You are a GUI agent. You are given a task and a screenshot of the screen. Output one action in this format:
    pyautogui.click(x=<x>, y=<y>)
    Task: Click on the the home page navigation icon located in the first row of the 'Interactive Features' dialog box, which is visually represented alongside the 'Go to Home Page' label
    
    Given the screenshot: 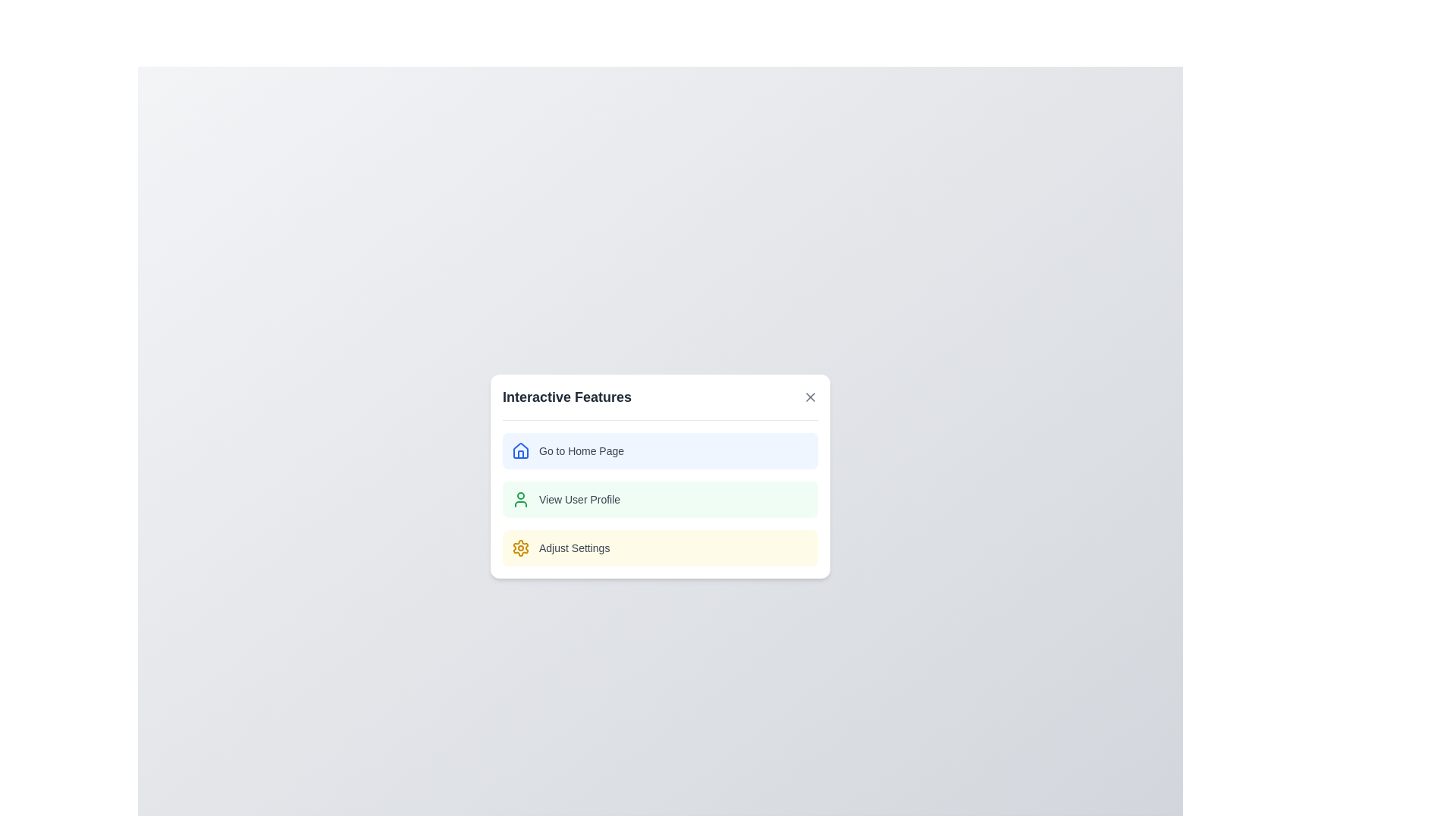 What is the action you would take?
    pyautogui.click(x=520, y=450)
    